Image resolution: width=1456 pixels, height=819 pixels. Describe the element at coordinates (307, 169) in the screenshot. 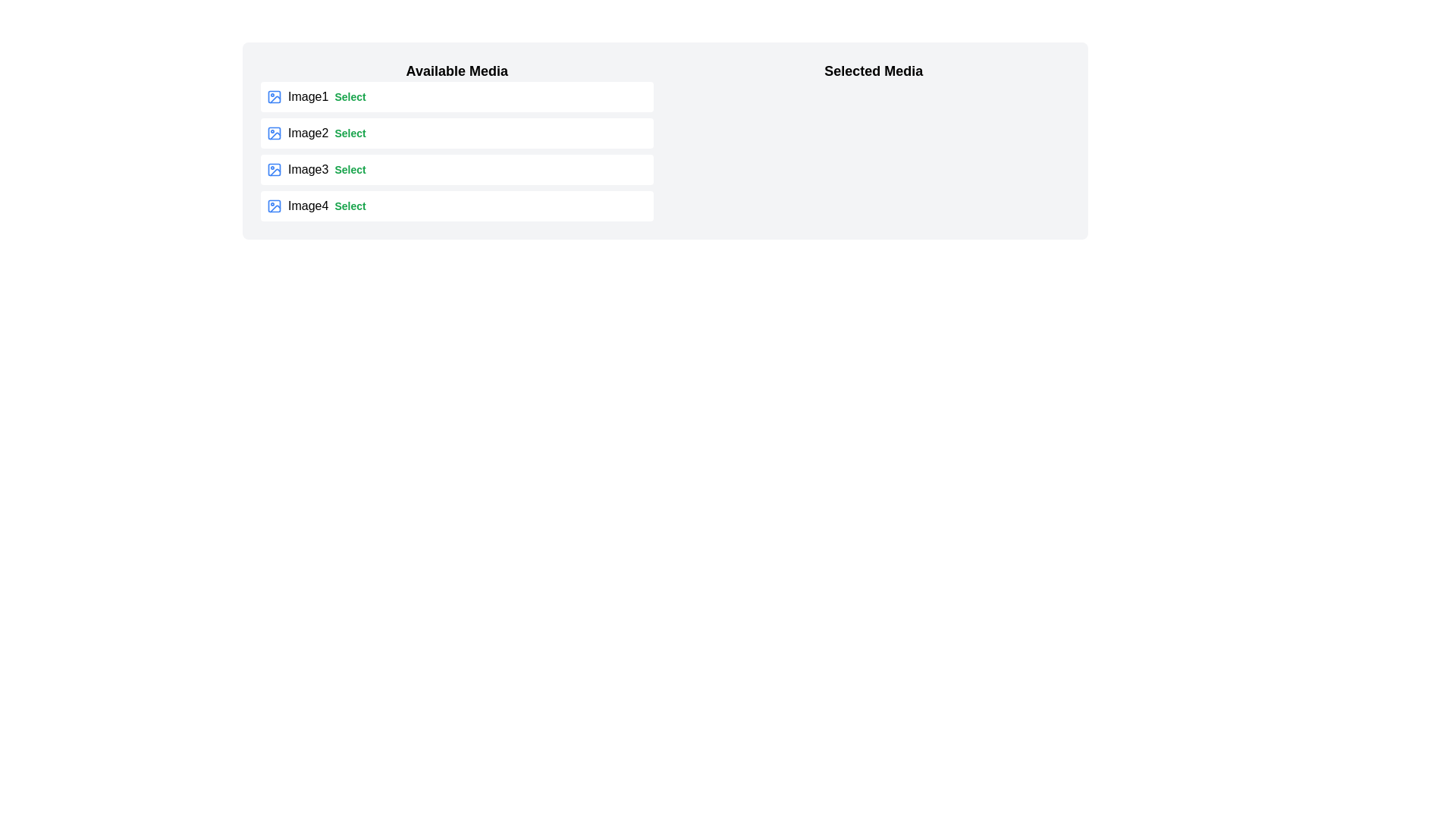

I see `text displayed on the label 'Image3' located in the third row of the 'Available Media' section` at that location.